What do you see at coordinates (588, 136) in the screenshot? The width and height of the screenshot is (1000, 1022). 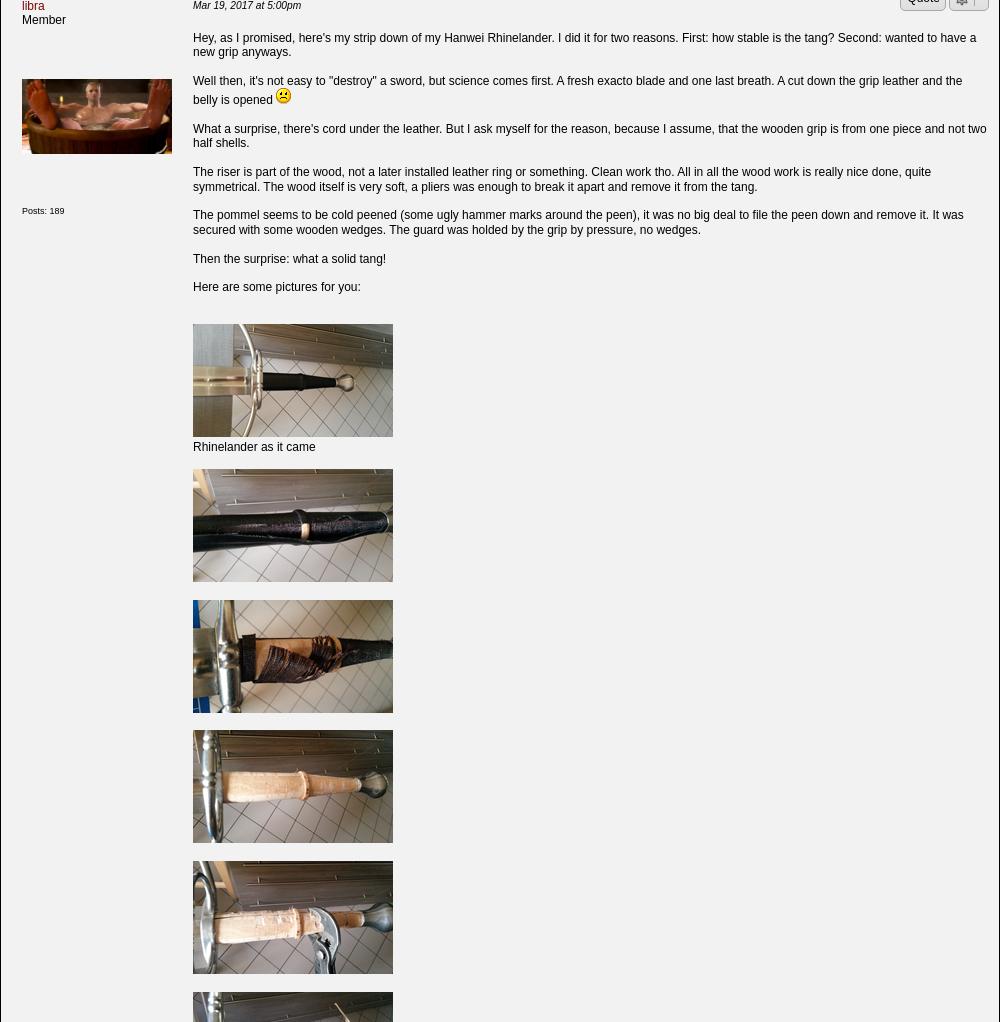 I see `'What a surprise, there's cord under the leather. But I ask myself for the reason, because I assume, that the wooden grip is from one piece and not two half shells.'` at bounding box center [588, 136].